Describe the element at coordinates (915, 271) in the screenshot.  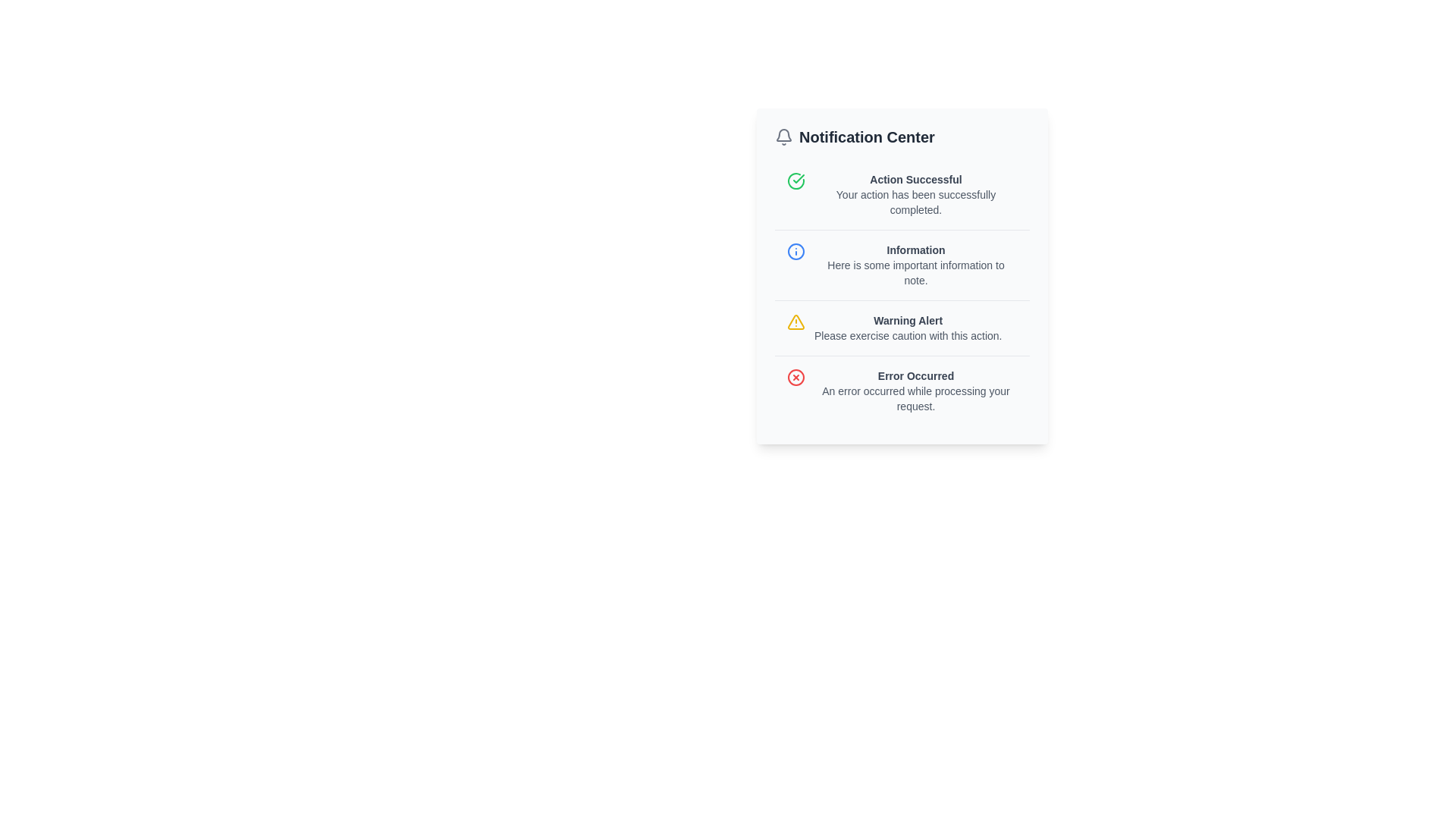
I see `the text element displaying 'Here is some important information to note.'` at that location.